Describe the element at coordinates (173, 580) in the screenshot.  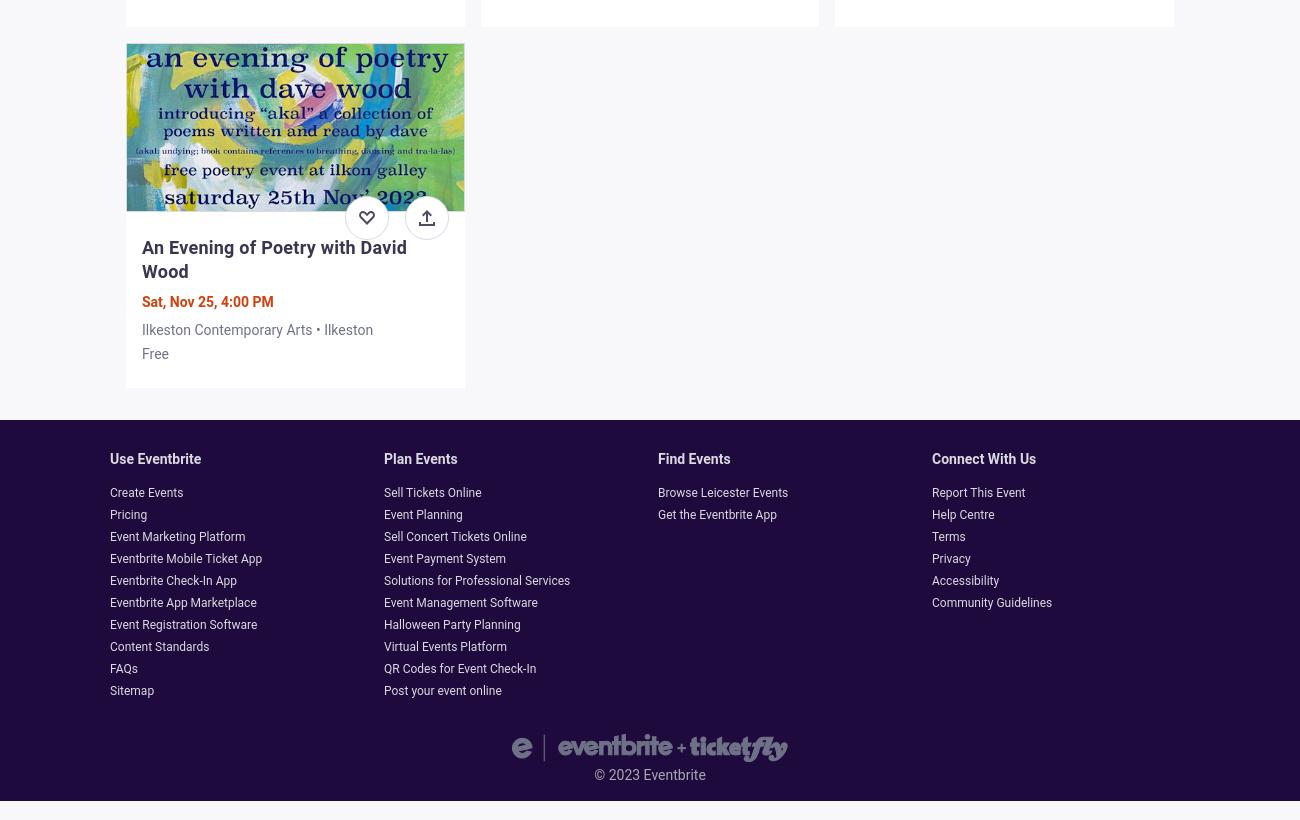
I see `'Eventbrite Check-In App'` at that location.